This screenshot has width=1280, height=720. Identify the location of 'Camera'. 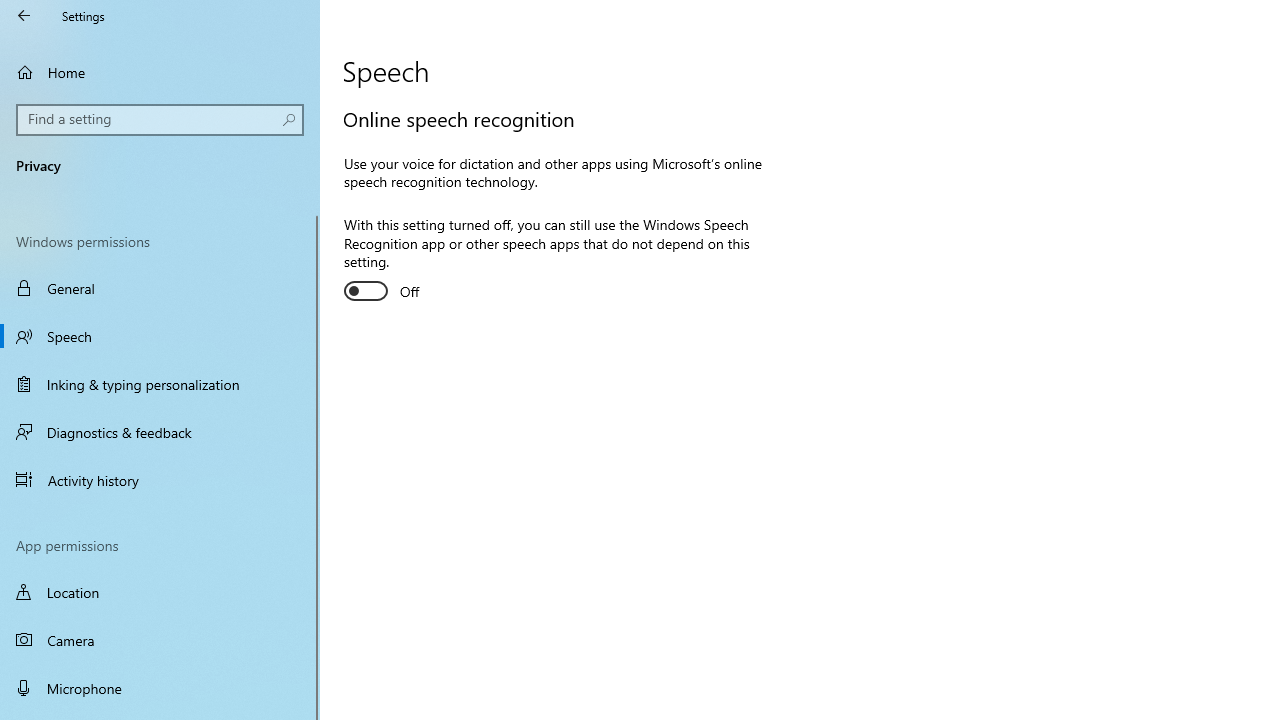
(160, 640).